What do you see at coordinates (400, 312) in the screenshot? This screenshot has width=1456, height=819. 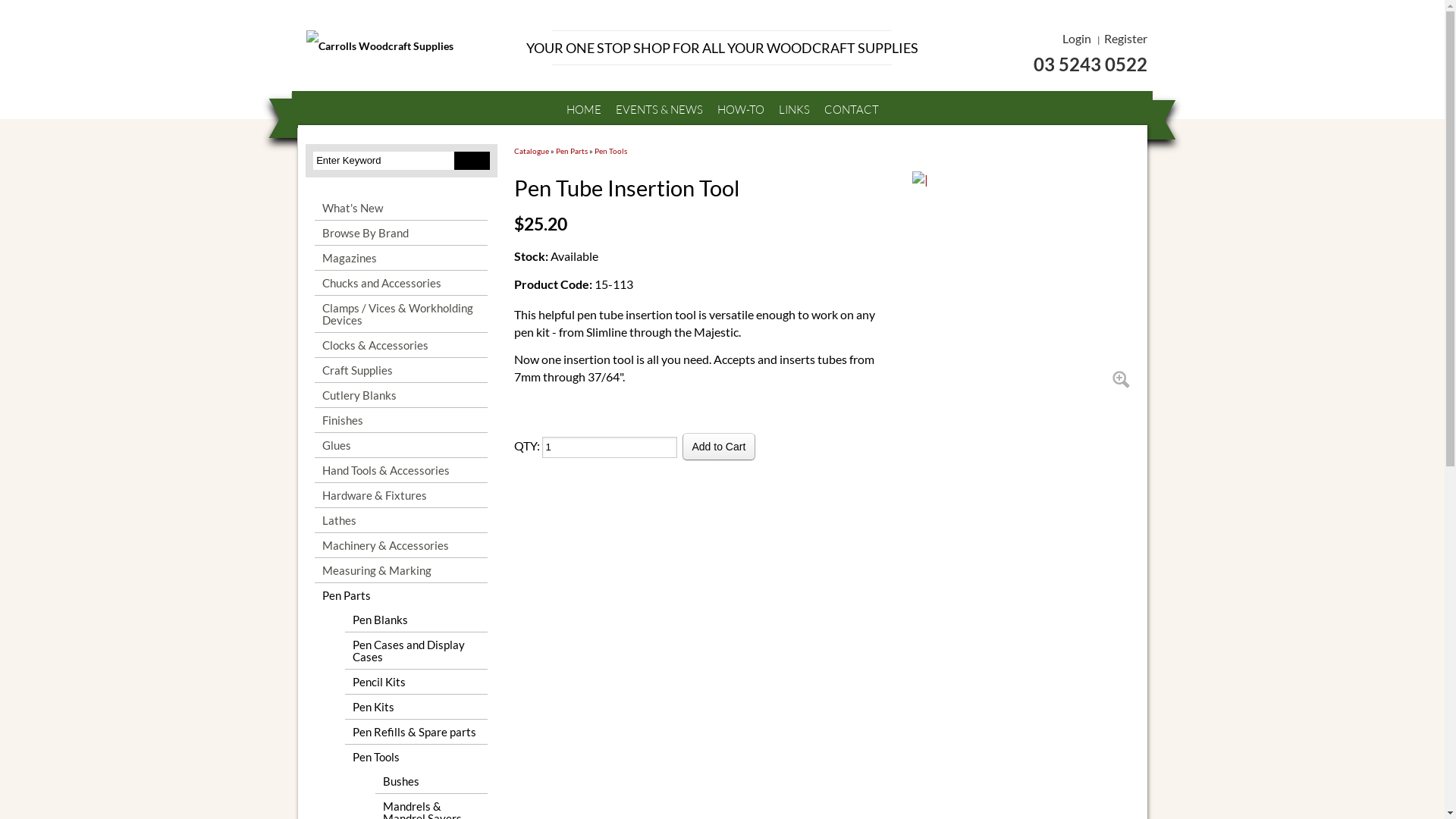 I see `'Clamps / Vices & Workholding Devices'` at bounding box center [400, 312].